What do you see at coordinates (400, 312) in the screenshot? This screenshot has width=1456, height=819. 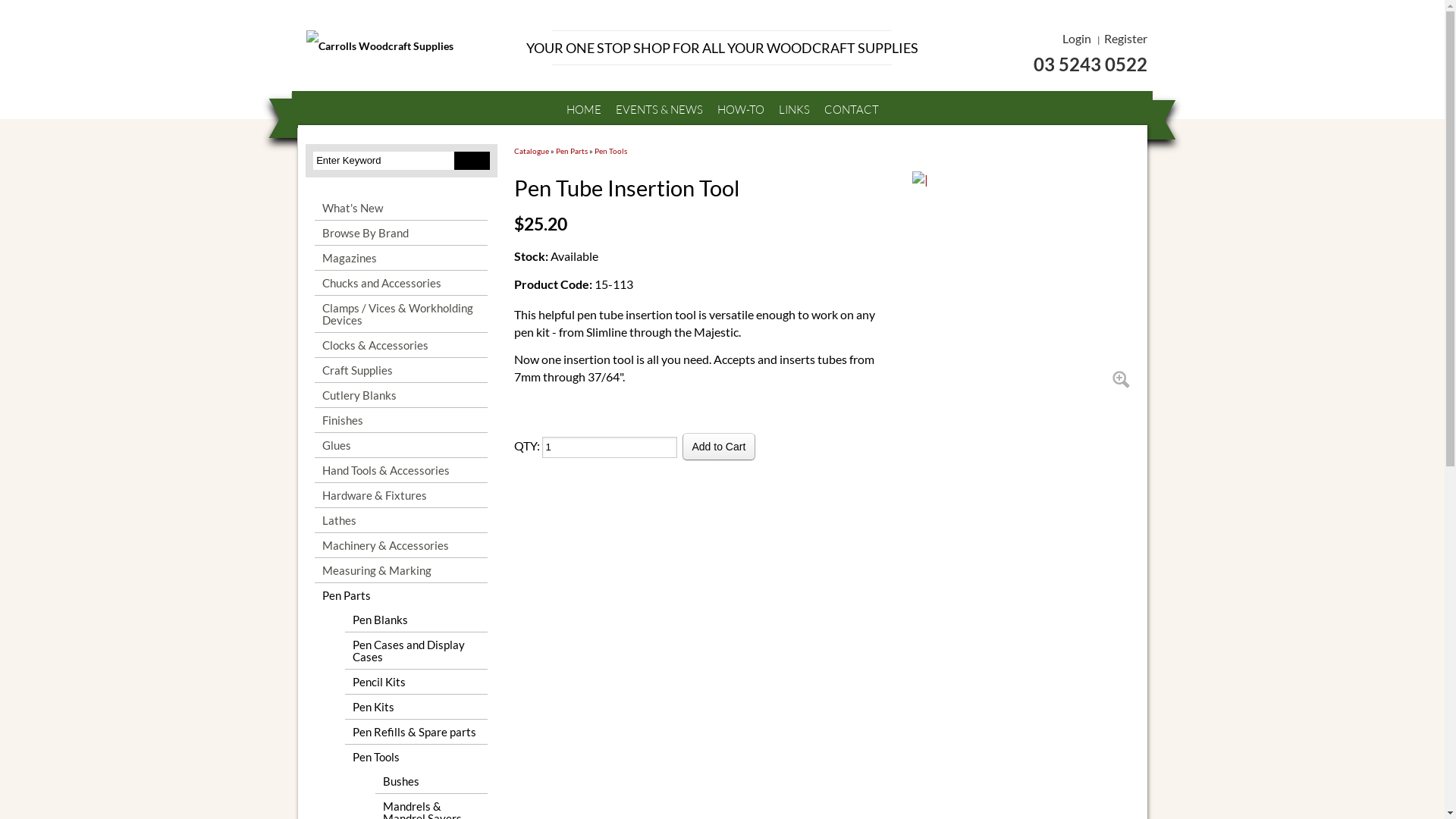 I see `'Clamps / Vices & Workholding Devices'` at bounding box center [400, 312].